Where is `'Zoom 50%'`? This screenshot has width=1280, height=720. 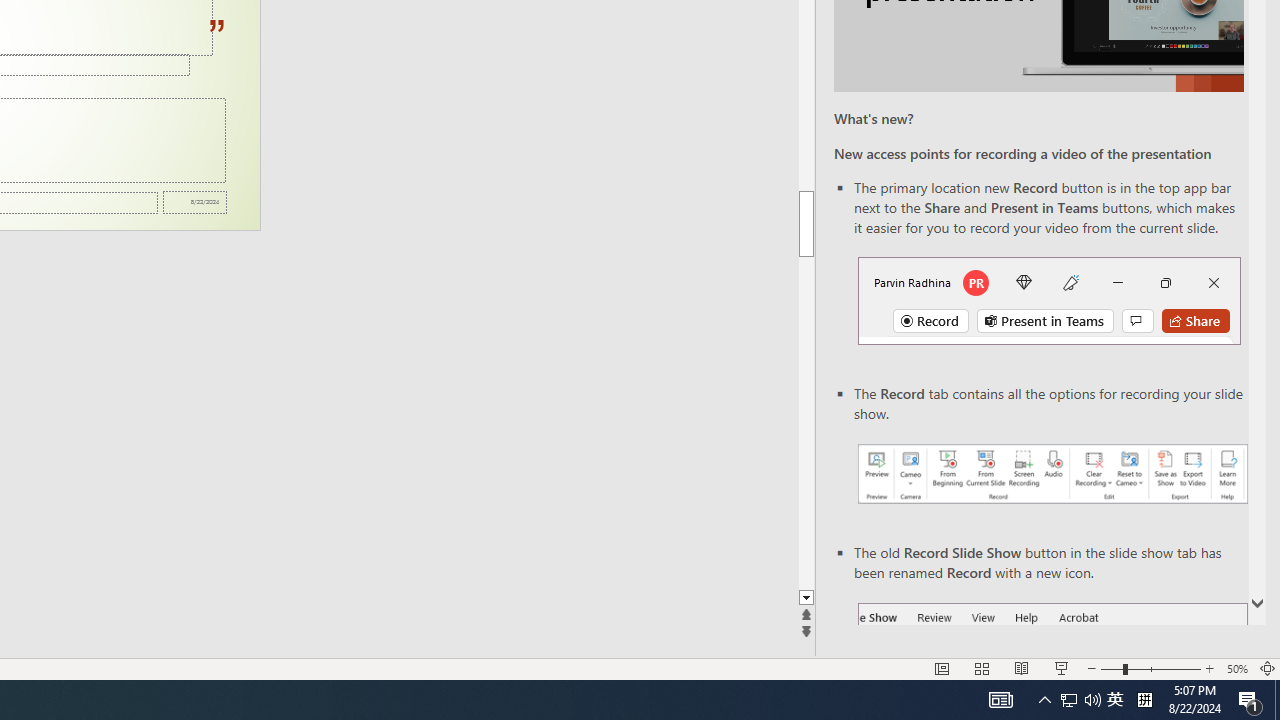 'Zoom 50%' is located at coordinates (1236, 669).